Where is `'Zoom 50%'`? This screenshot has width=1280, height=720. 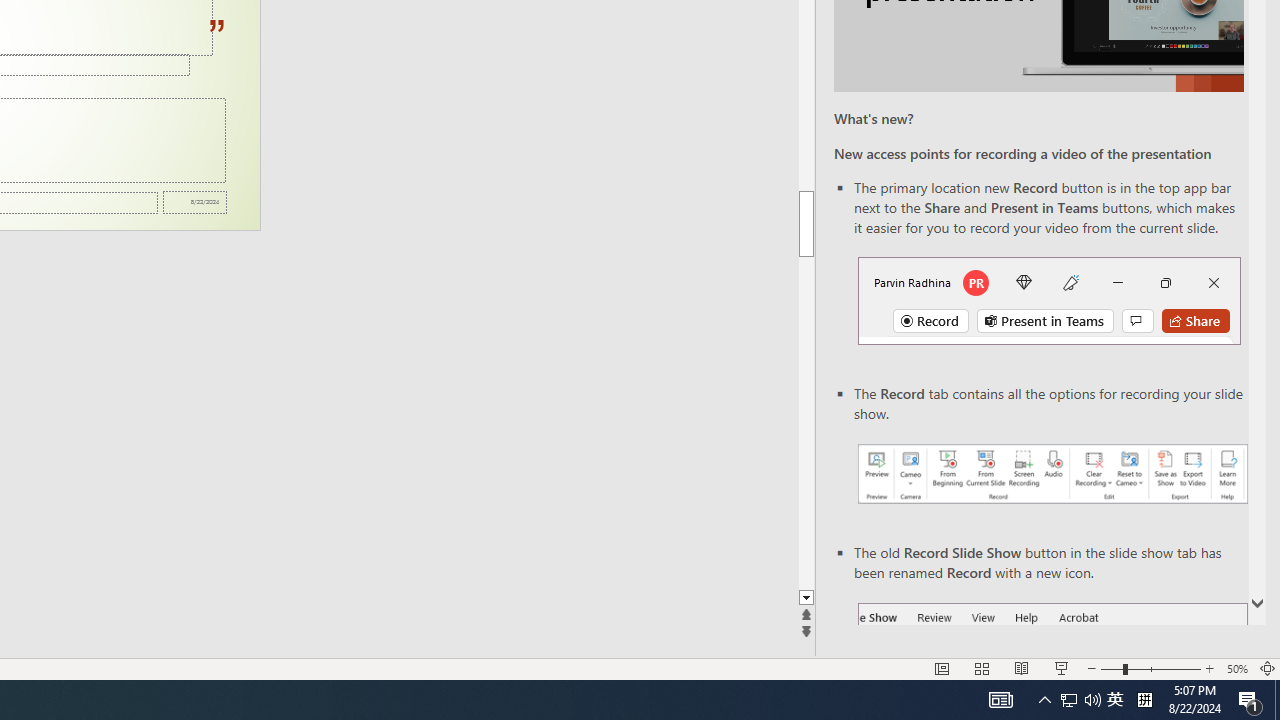 'Zoom 50%' is located at coordinates (1236, 669).